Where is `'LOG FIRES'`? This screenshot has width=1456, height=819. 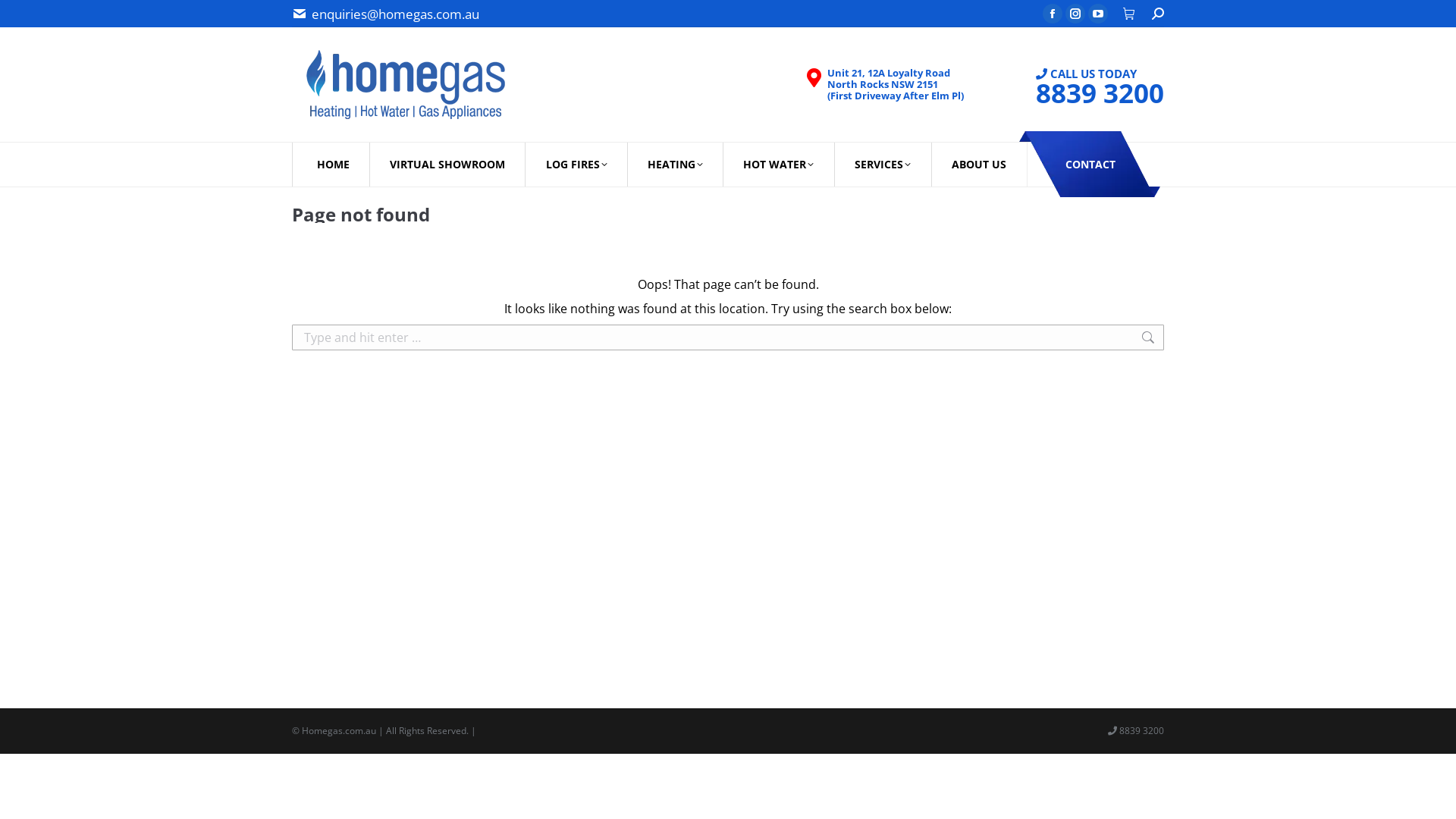 'LOG FIRES' is located at coordinates (575, 164).